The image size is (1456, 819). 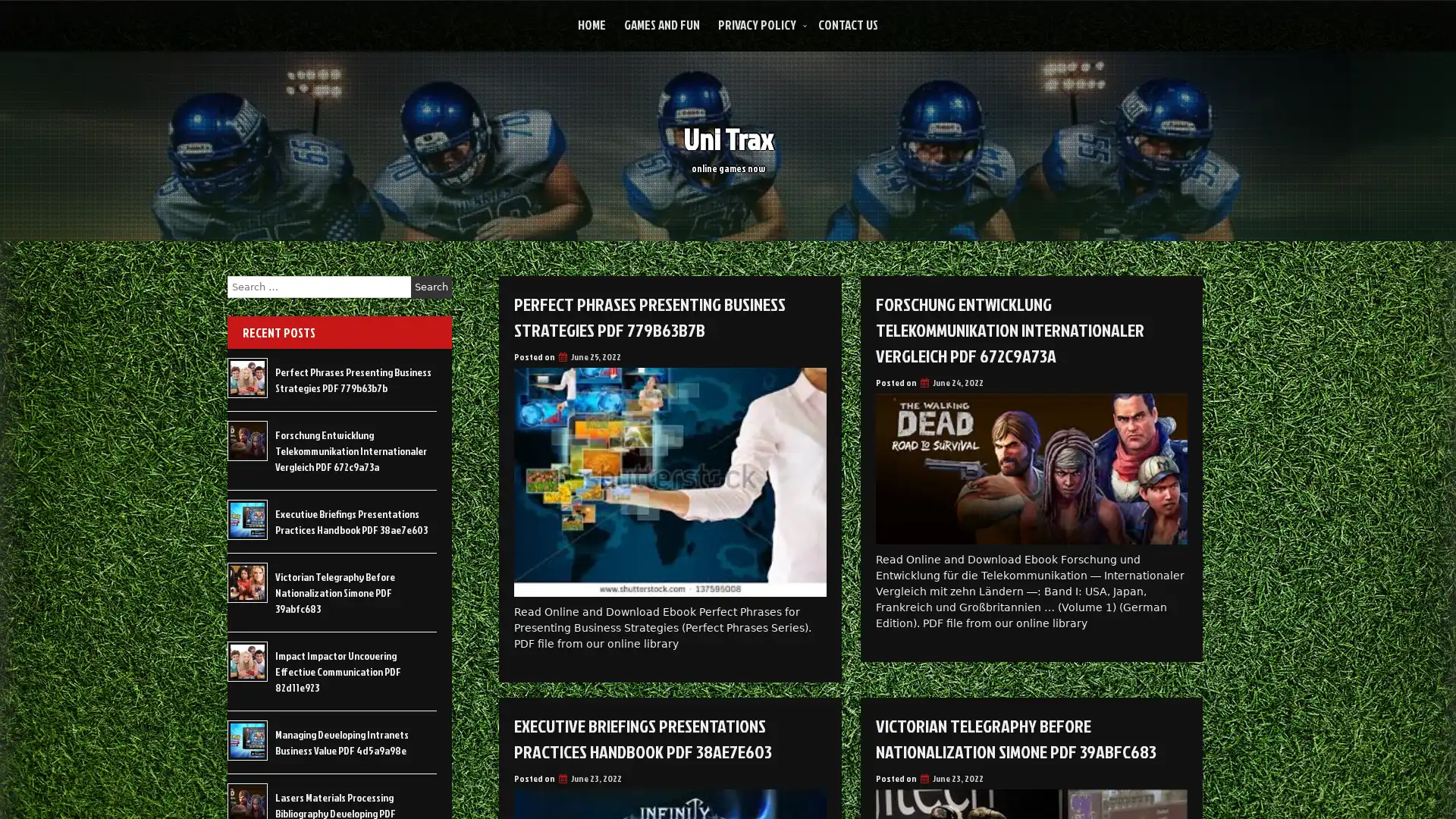 What do you see at coordinates (431, 287) in the screenshot?
I see `Search` at bounding box center [431, 287].